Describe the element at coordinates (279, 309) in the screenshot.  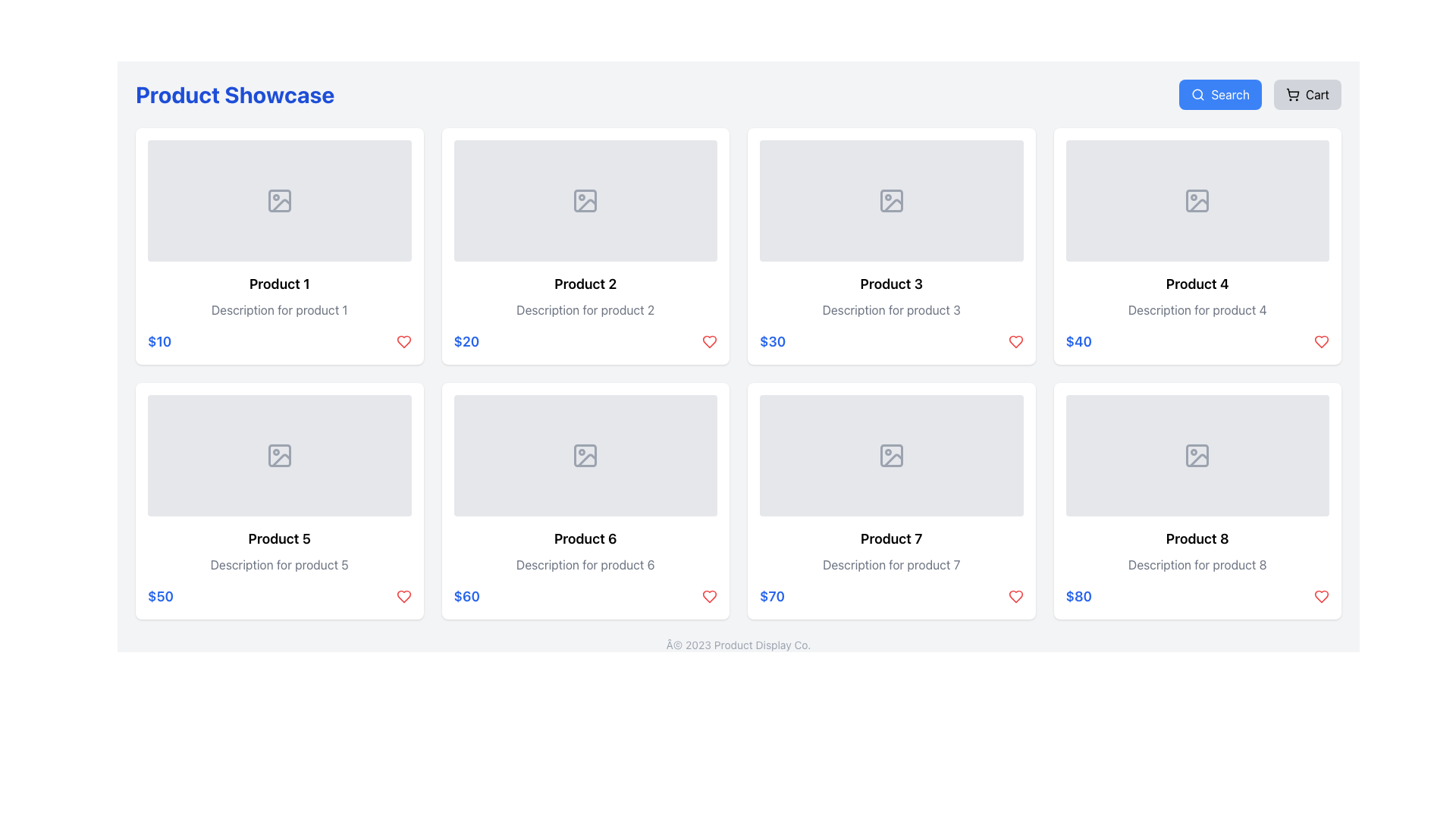
I see `the description text of 'Product 1', which is located beneath the title and above the price in the first card of the product grid` at that location.